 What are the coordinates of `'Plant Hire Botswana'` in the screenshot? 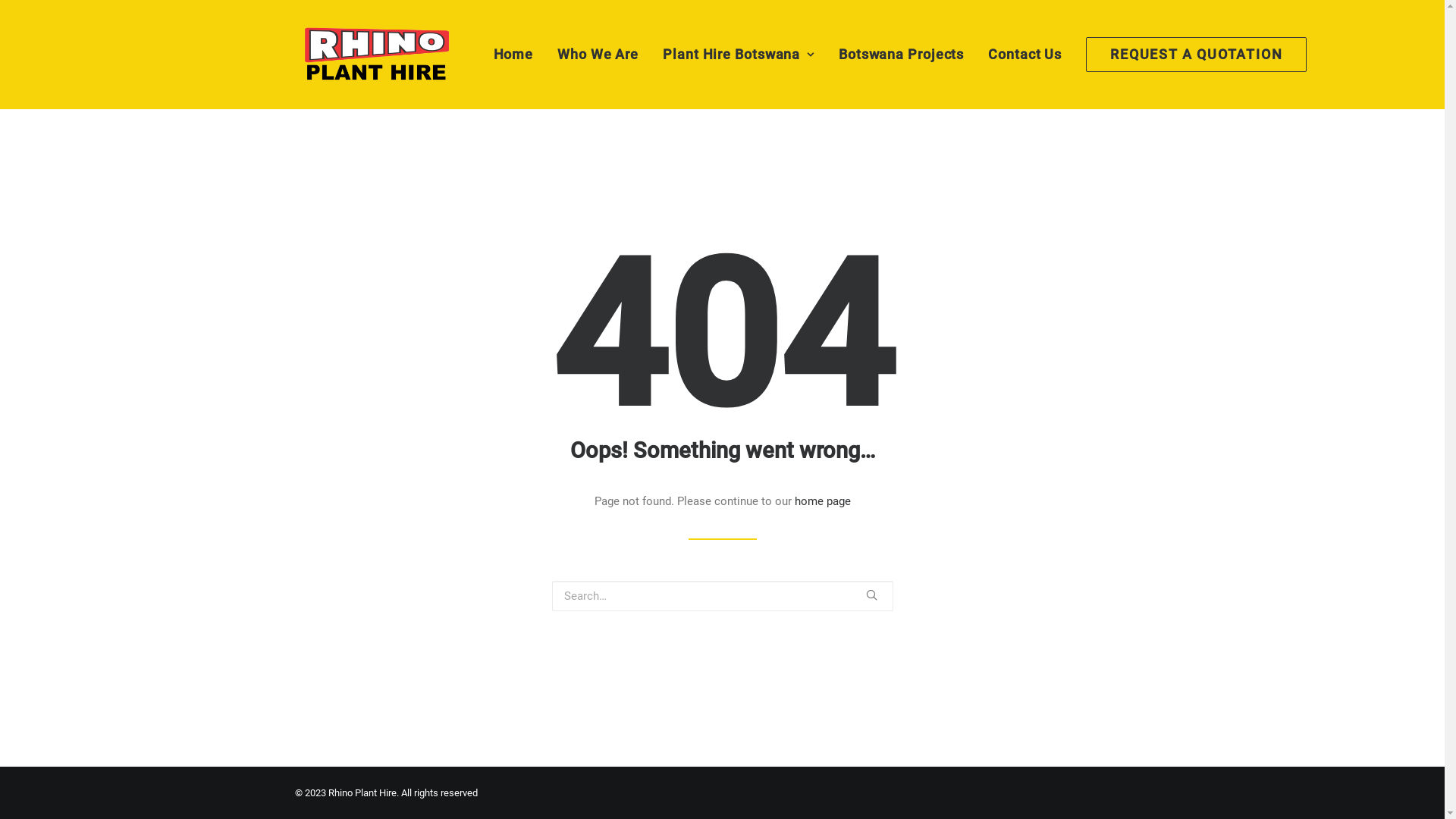 It's located at (739, 54).